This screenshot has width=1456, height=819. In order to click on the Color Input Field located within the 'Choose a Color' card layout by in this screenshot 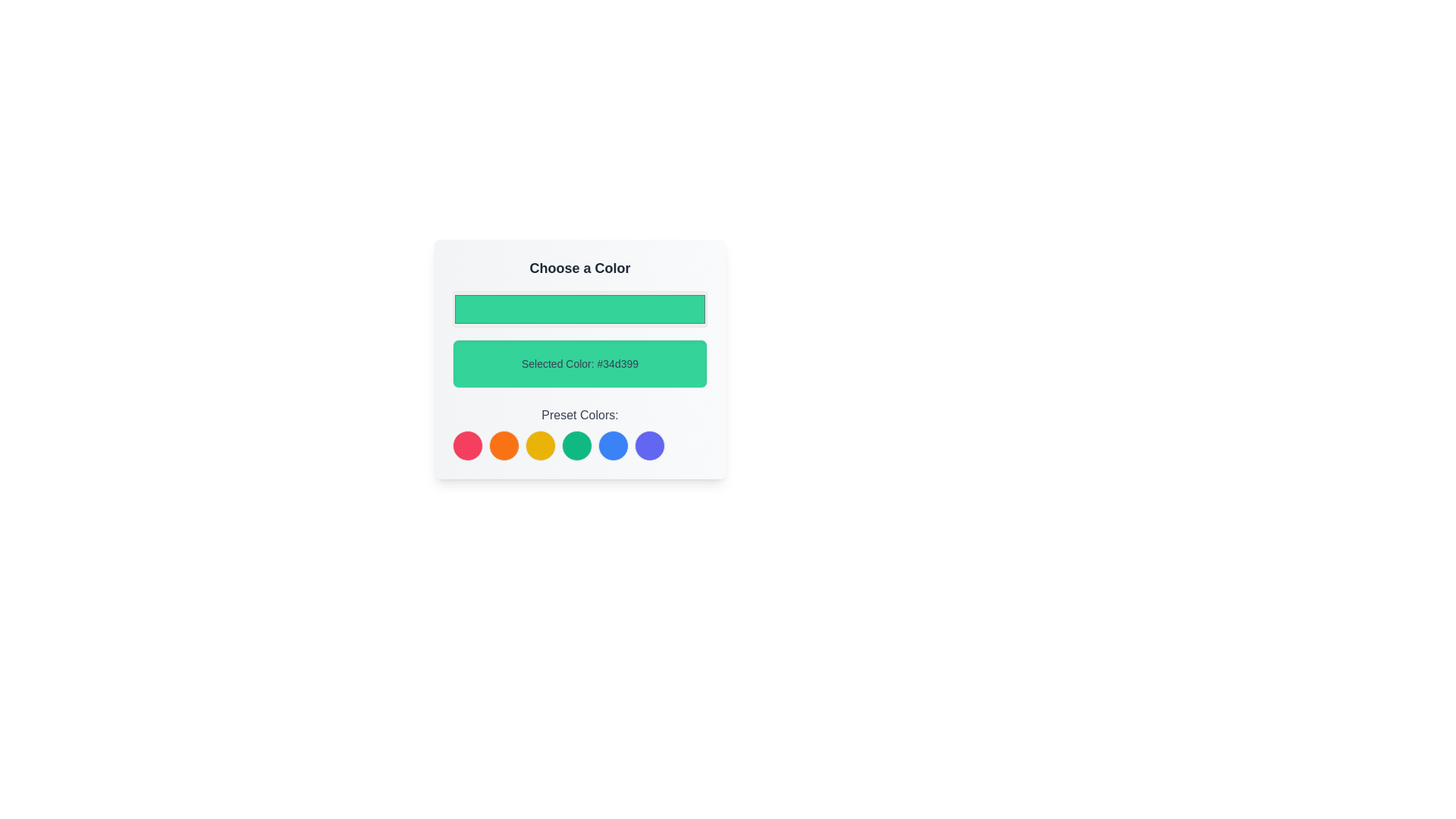, I will do `click(579, 309)`.